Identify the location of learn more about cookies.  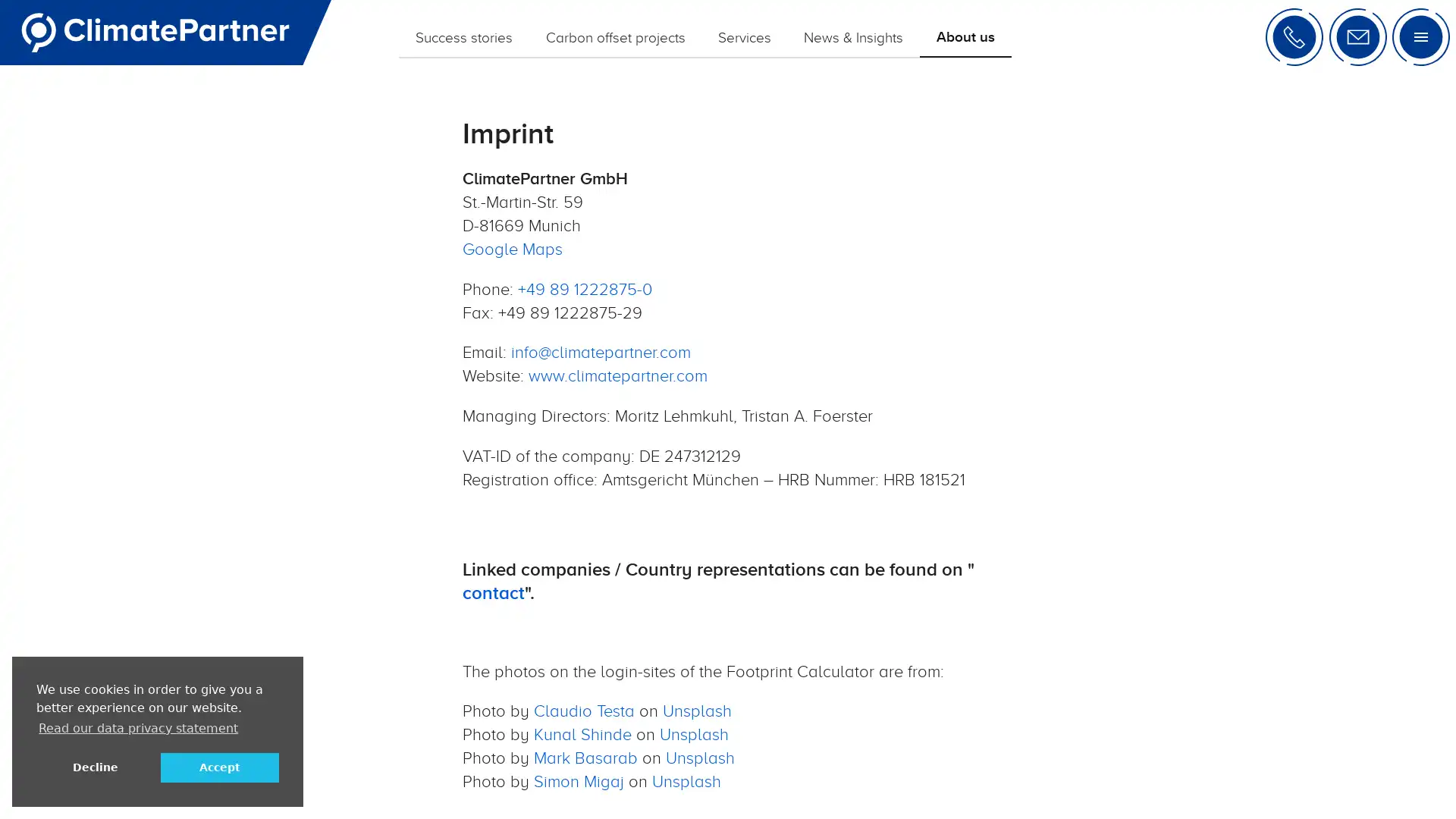
(138, 727).